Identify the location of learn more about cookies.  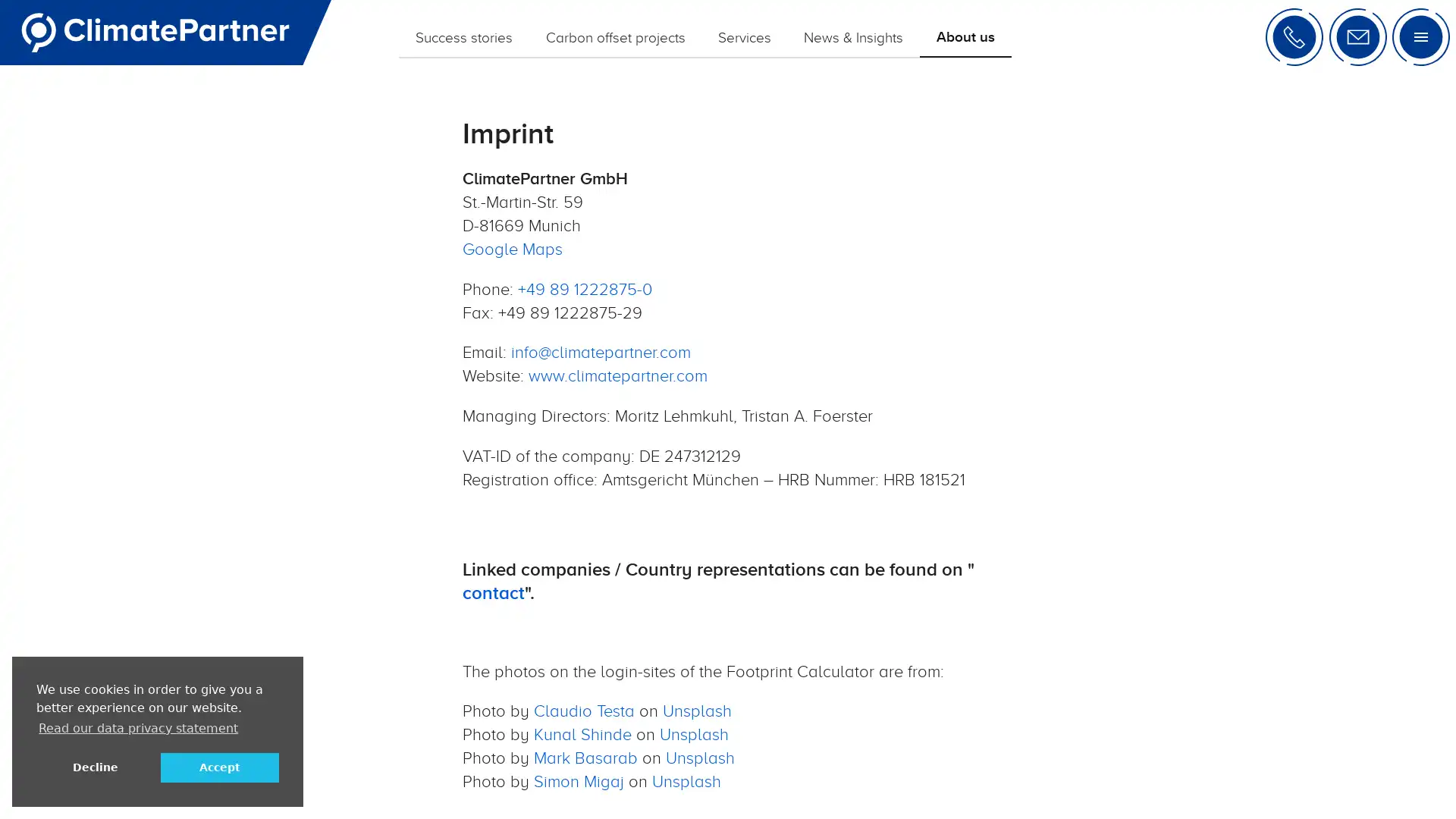
(138, 727).